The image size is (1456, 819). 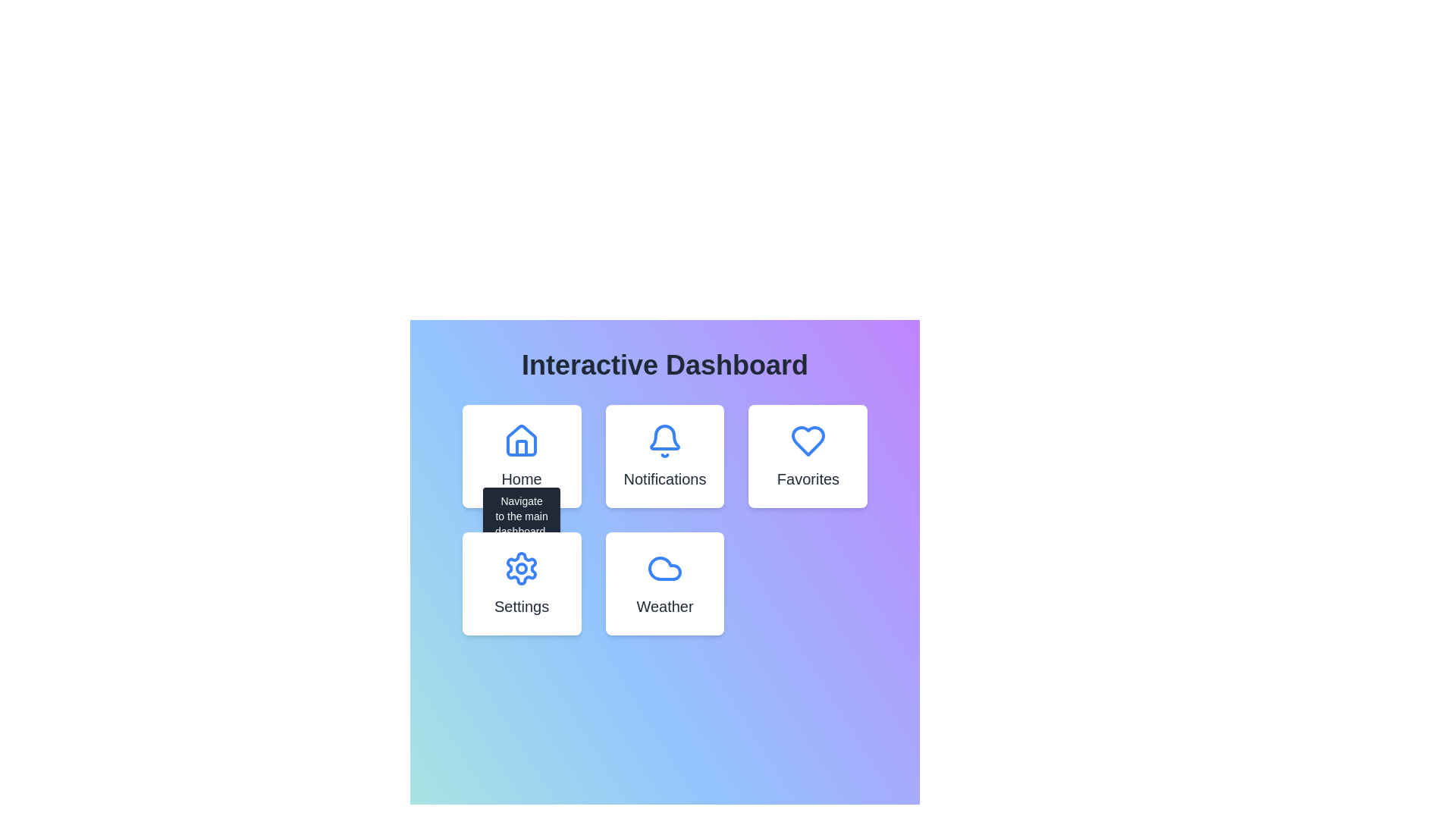 I want to click on tooltip with dark gray background and white text saying 'Navigate to the main dashboard.' positioned below the 'Home' label in the dashboard interface, so click(x=522, y=515).